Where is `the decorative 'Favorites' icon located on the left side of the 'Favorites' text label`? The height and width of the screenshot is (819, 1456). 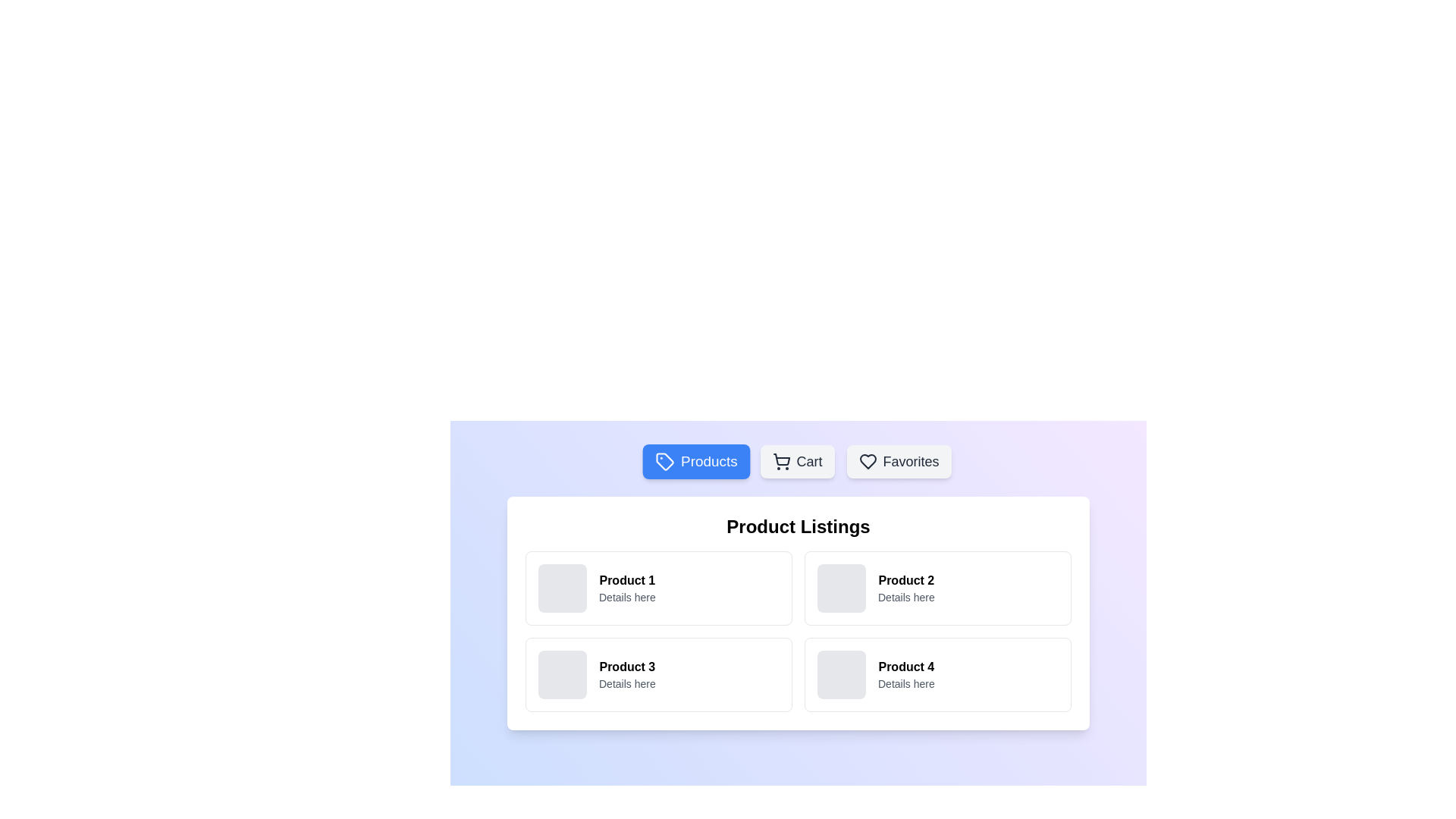
the decorative 'Favorites' icon located on the left side of the 'Favorites' text label is located at coordinates (868, 461).